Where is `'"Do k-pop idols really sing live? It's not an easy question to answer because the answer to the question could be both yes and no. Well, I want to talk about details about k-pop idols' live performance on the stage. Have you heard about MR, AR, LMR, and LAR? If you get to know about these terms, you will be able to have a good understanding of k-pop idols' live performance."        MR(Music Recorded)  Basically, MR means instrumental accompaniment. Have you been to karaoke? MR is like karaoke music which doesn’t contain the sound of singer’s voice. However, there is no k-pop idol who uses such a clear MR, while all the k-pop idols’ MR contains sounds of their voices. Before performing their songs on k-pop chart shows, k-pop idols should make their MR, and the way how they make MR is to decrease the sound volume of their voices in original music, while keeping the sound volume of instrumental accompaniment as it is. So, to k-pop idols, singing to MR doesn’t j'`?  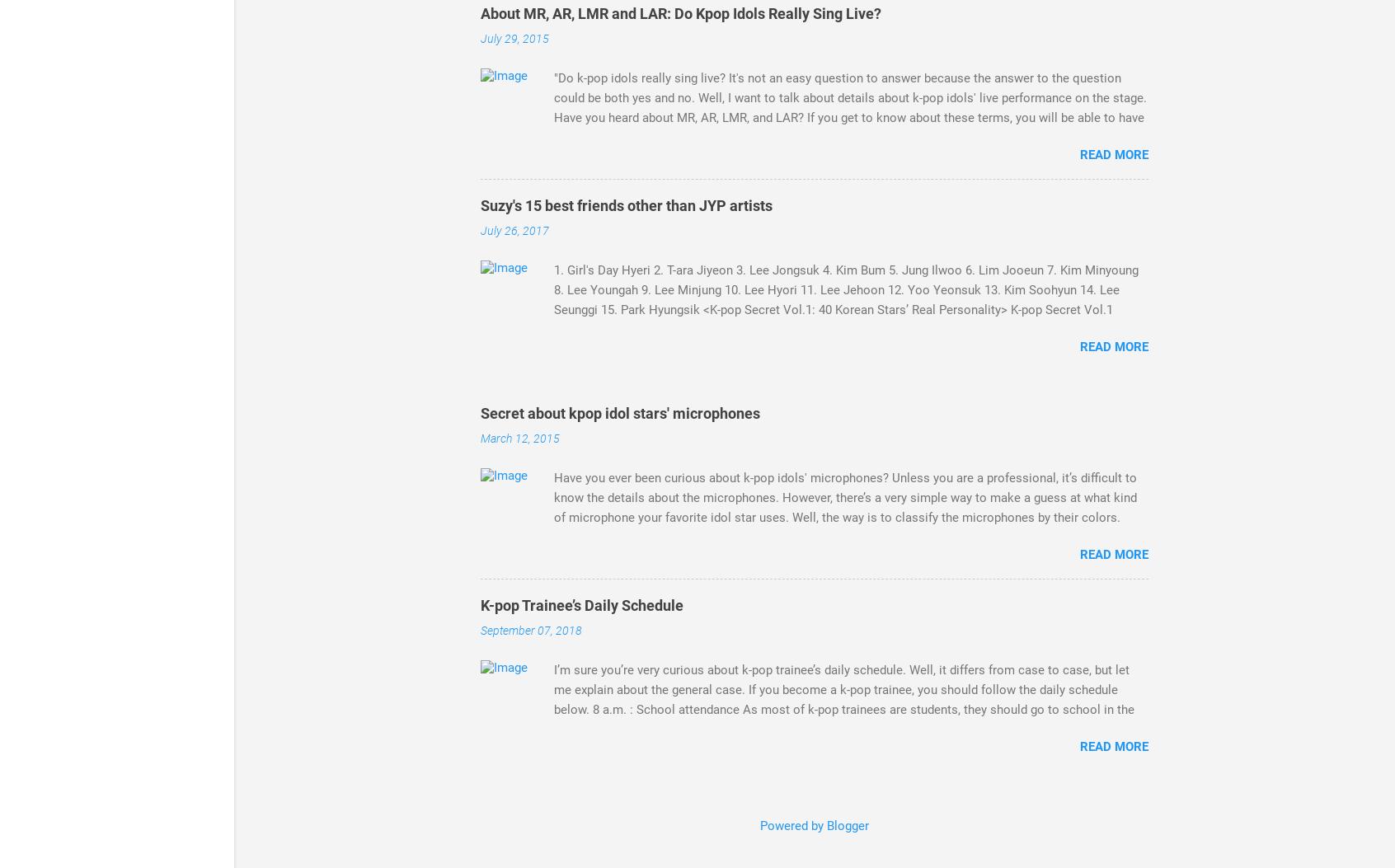
'"Do k-pop idols really sing live? It's not an easy question to answer because the answer to the question could be both yes and no. Well, I want to talk about details about k-pop idols' live performance on the stage. Have you heard about MR, AR, LMR, and LAR? If you get to know about these terms, you will be able to have a good understanding of k-pop idols' live performance."        MR(Music Recorded)  Basically, MR means instrumental accompaniment. Have you been to karaoke? MR is like karaoke music which doesn’t contain the sound of singer’s voice. However, there is no k-pop idol who uses such a clear MR, while all the k-pop idols’ MR contains sounds of their voices. Before performing their songs on k-pop chart shows, k-pop idols should make their MR, and the way how they make MR is to decrease the sound volume of their voices in original music, while keeping the sound volume of instrumental accompaniment as it is. So, to k-pop idols, singing to MR doesn’t j' is located at coordinates (849, 167).